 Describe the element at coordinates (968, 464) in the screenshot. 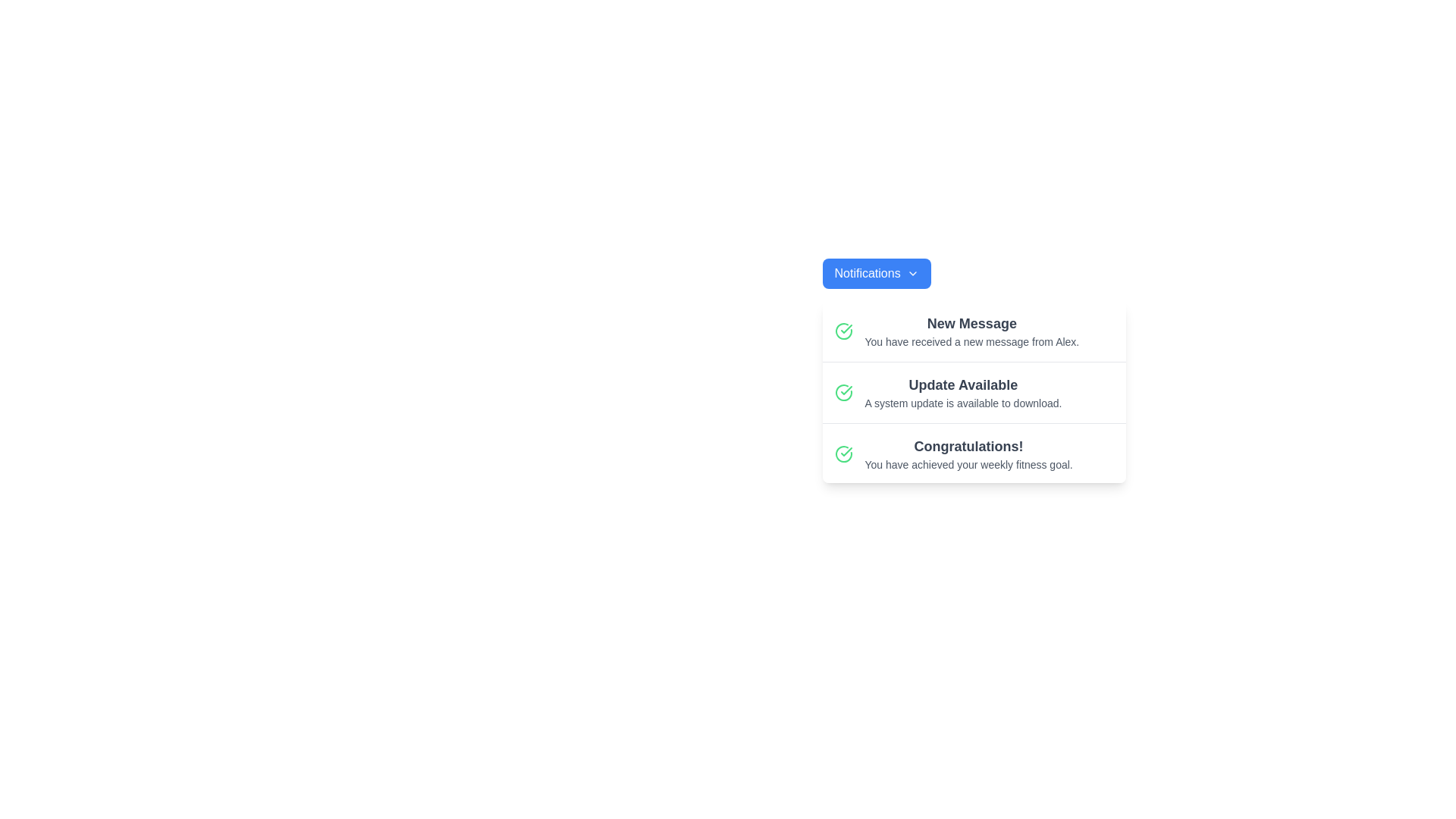

I see `second line of text in the notification message that informs the user about achieving a weekly fitness goal, which is displayed under the bolded title 'Congratulations!'` at that location.